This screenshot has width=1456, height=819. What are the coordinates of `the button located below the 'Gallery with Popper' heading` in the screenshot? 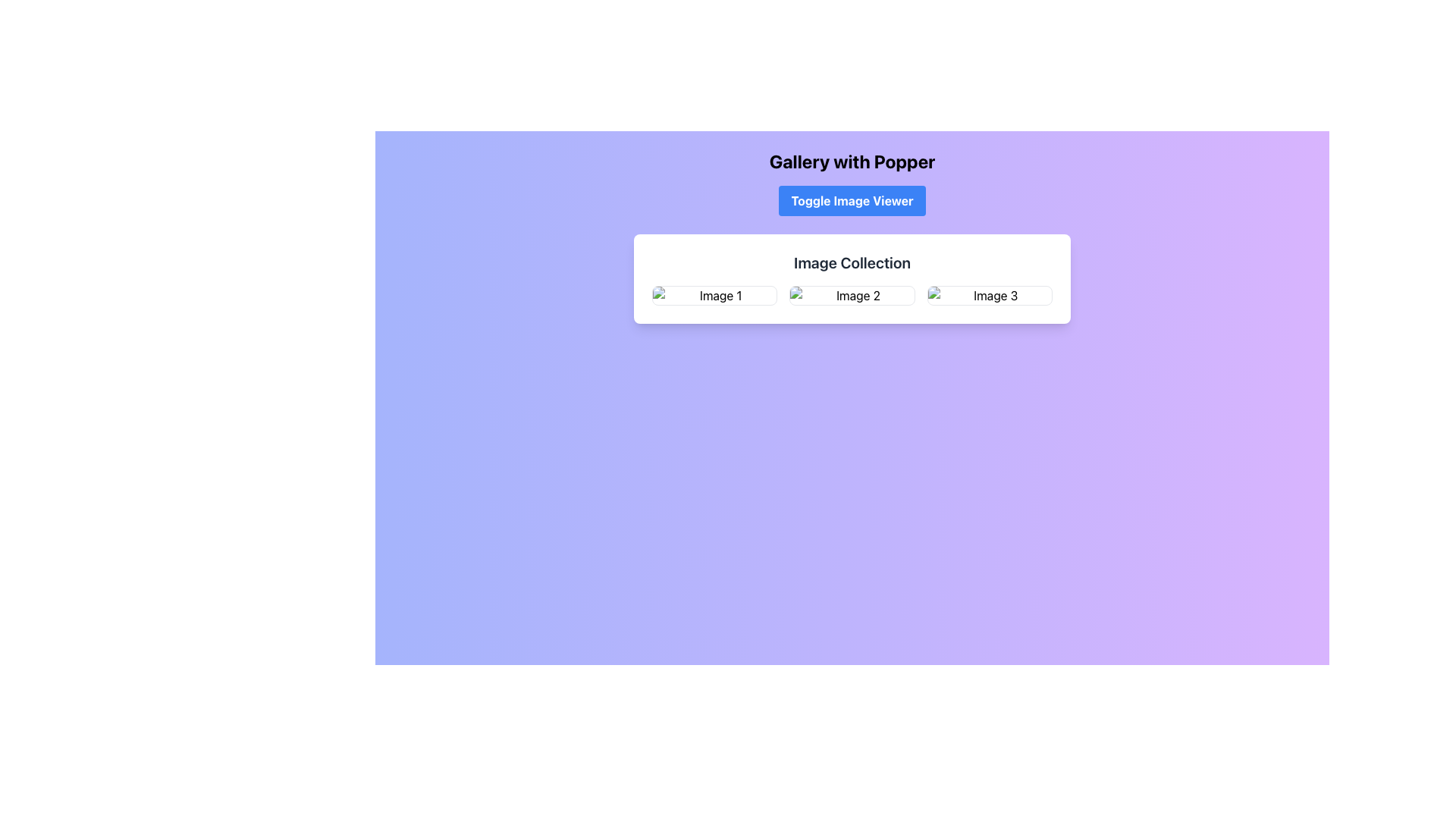 It's located at (852, 200).